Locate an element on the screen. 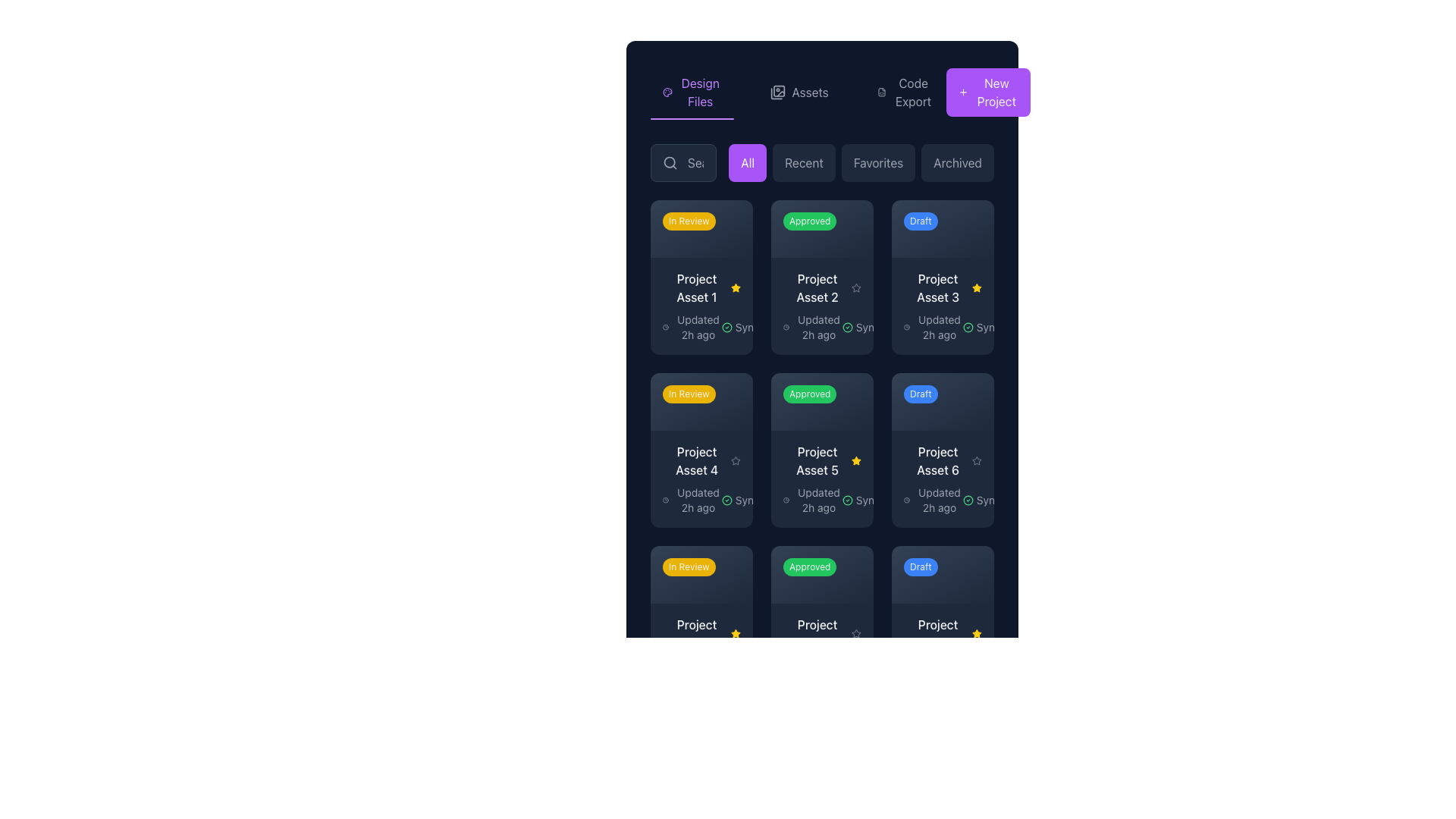  the monochromatic line art icon resembling layered images located inside the 'Assets' menu item in the navigation bar is located at coordinates (778, 93).